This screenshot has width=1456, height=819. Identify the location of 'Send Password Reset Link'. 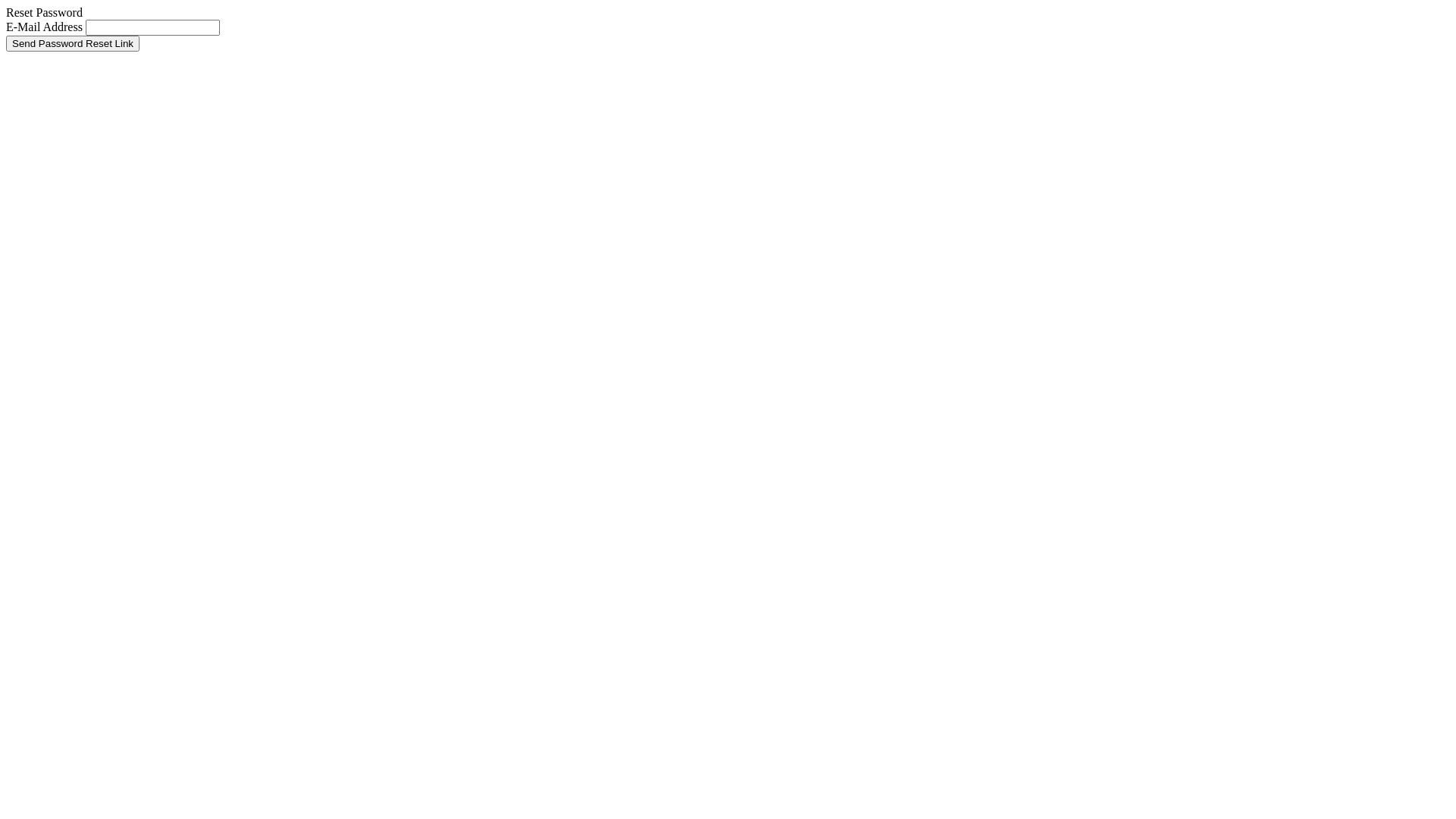
(72, 42).